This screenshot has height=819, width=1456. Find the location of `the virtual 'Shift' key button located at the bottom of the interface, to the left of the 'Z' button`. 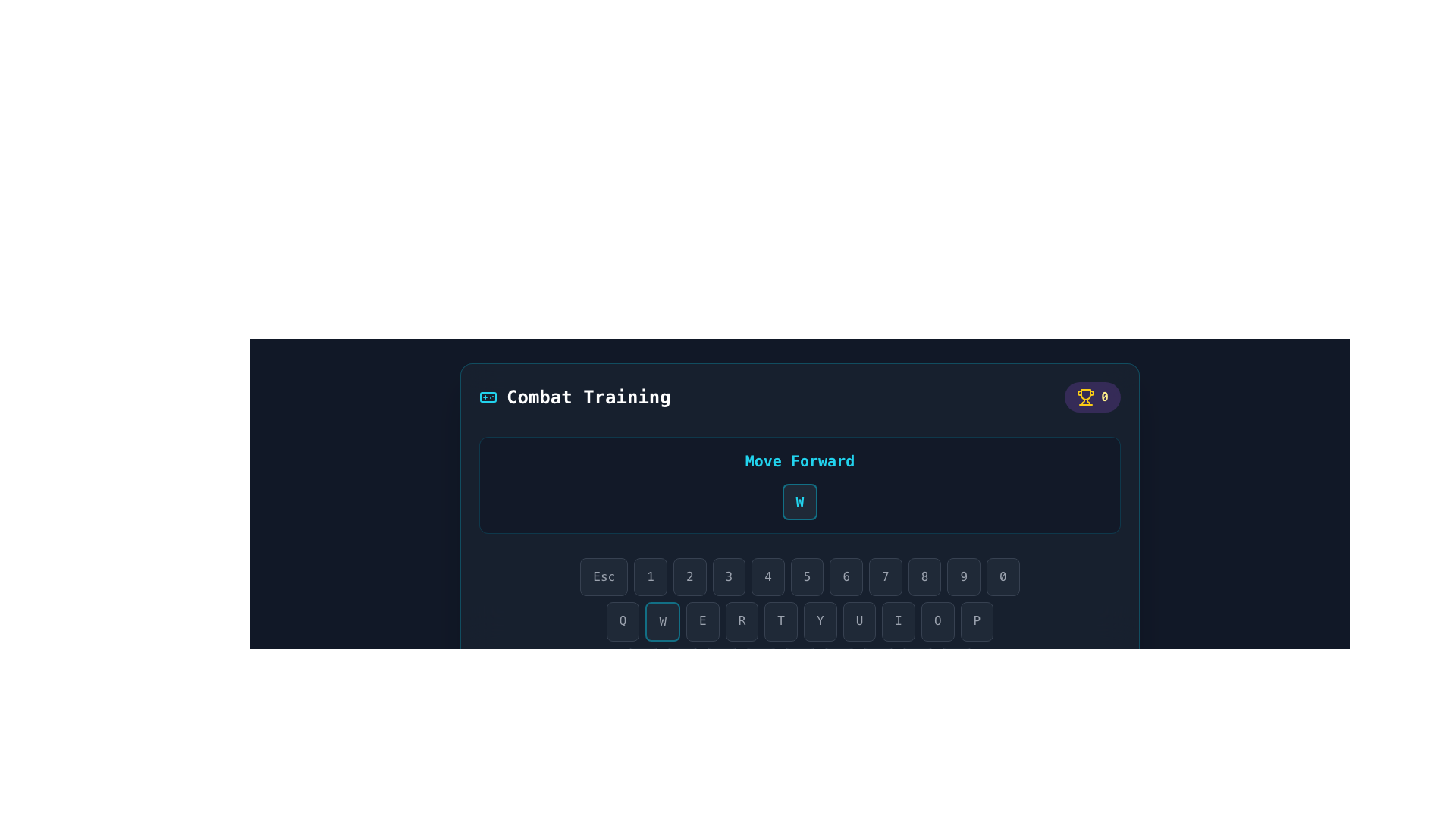

the virtual 'Shift' key button located at the bottom of the interface, to the left of the 'Z' button is located at coordinates (617, 711).